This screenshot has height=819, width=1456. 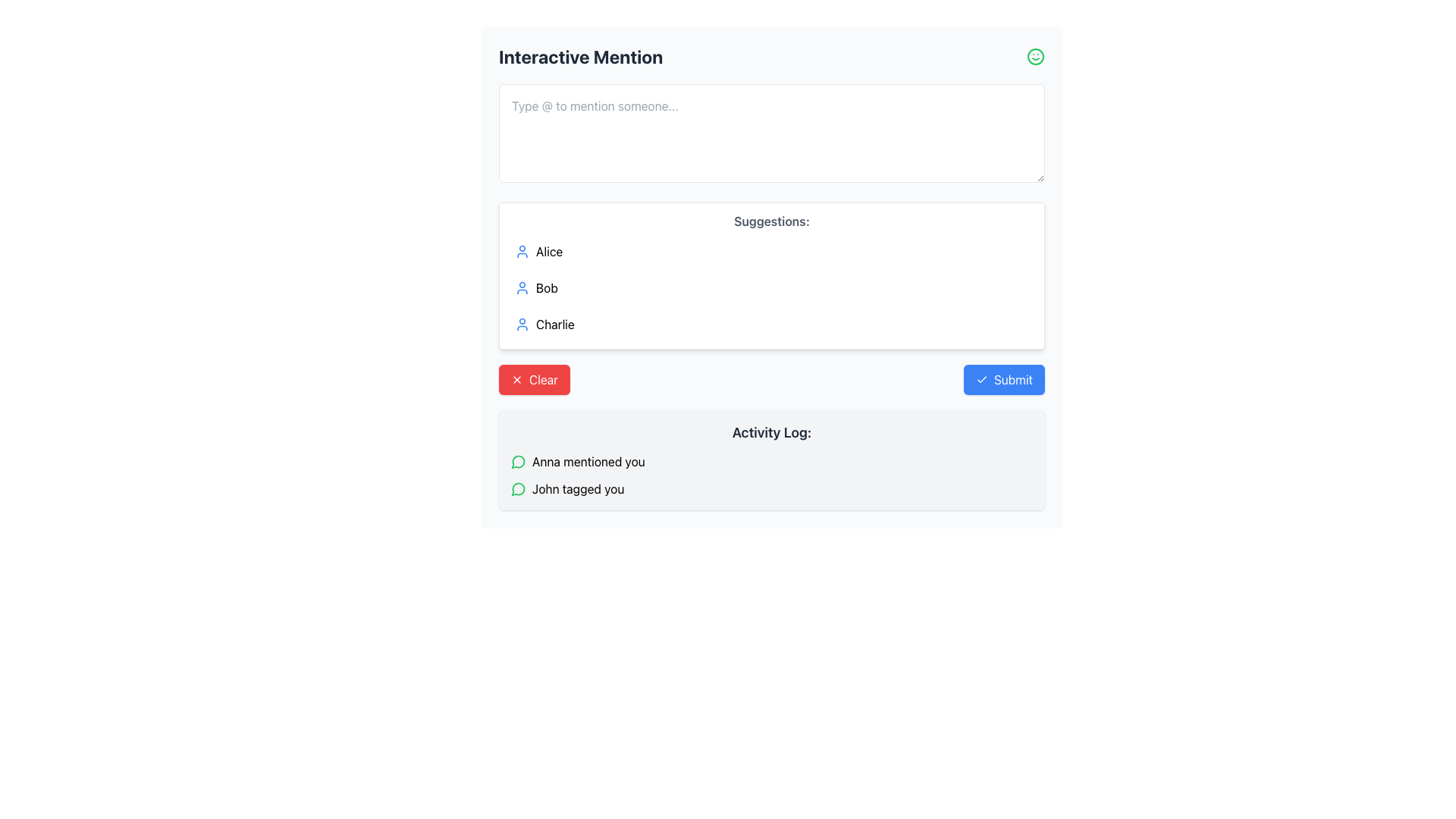 What do you see at coordinates (546, 288) in the screenshot?
I see `the second suggestion label 'Bob' in the list of suggestions below the 'Interactive Mention' input area` at bounding box center [546, 288].